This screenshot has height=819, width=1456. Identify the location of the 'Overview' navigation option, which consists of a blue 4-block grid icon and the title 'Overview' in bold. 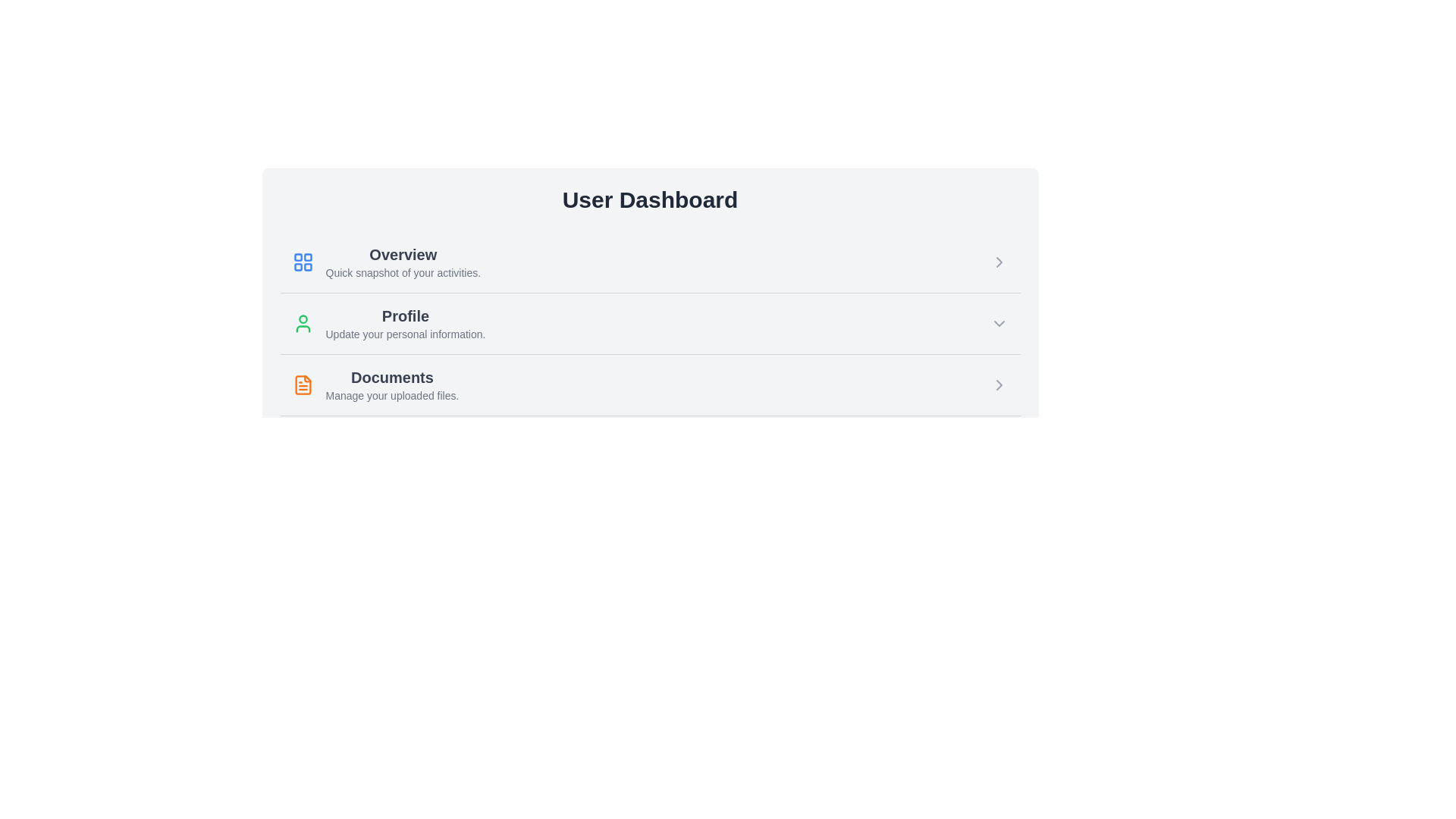
(386, 262).